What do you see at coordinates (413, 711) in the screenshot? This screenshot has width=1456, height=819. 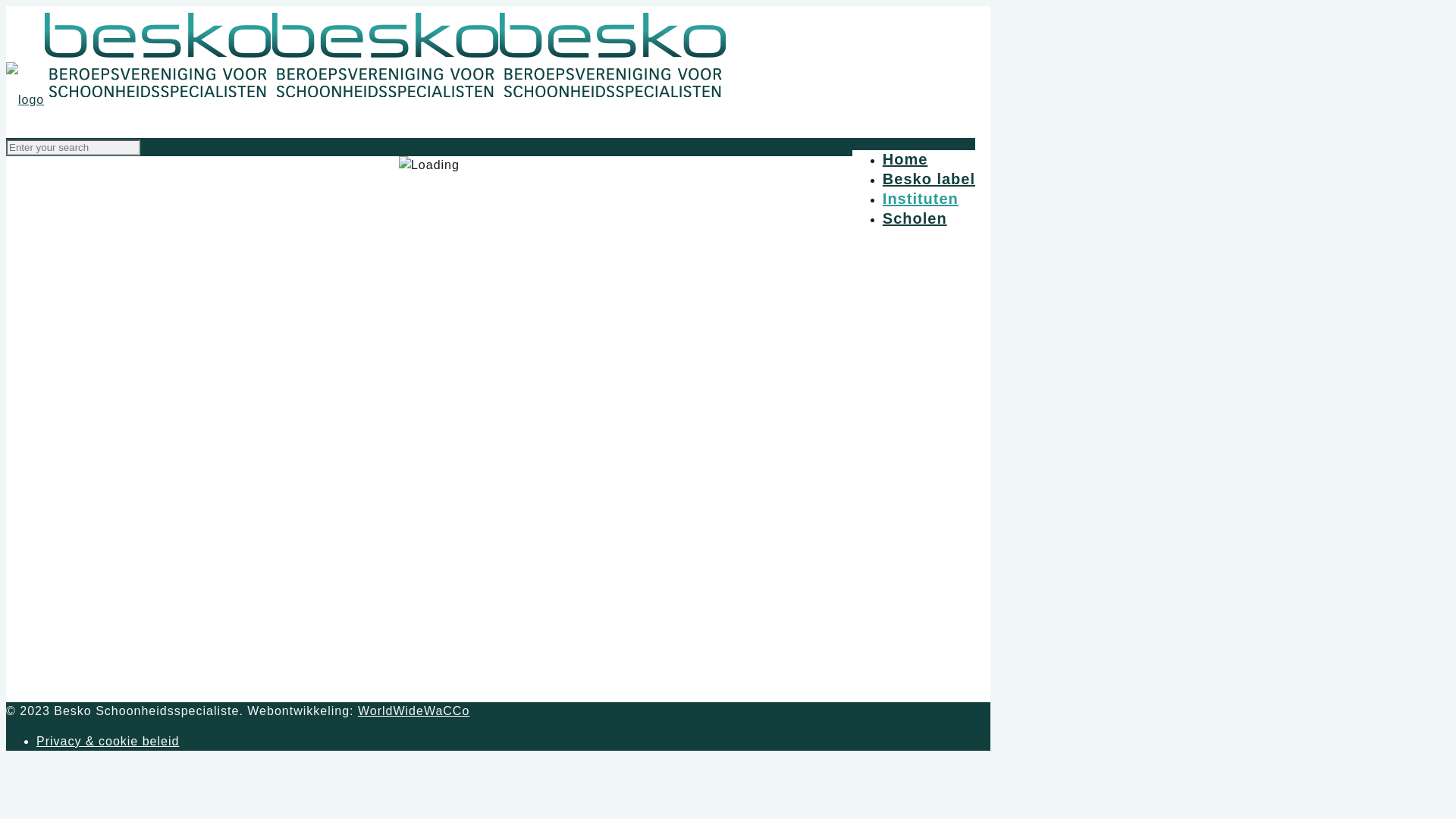 I see `'WorldWideWaCCo'` at bounding box center [413, 711].